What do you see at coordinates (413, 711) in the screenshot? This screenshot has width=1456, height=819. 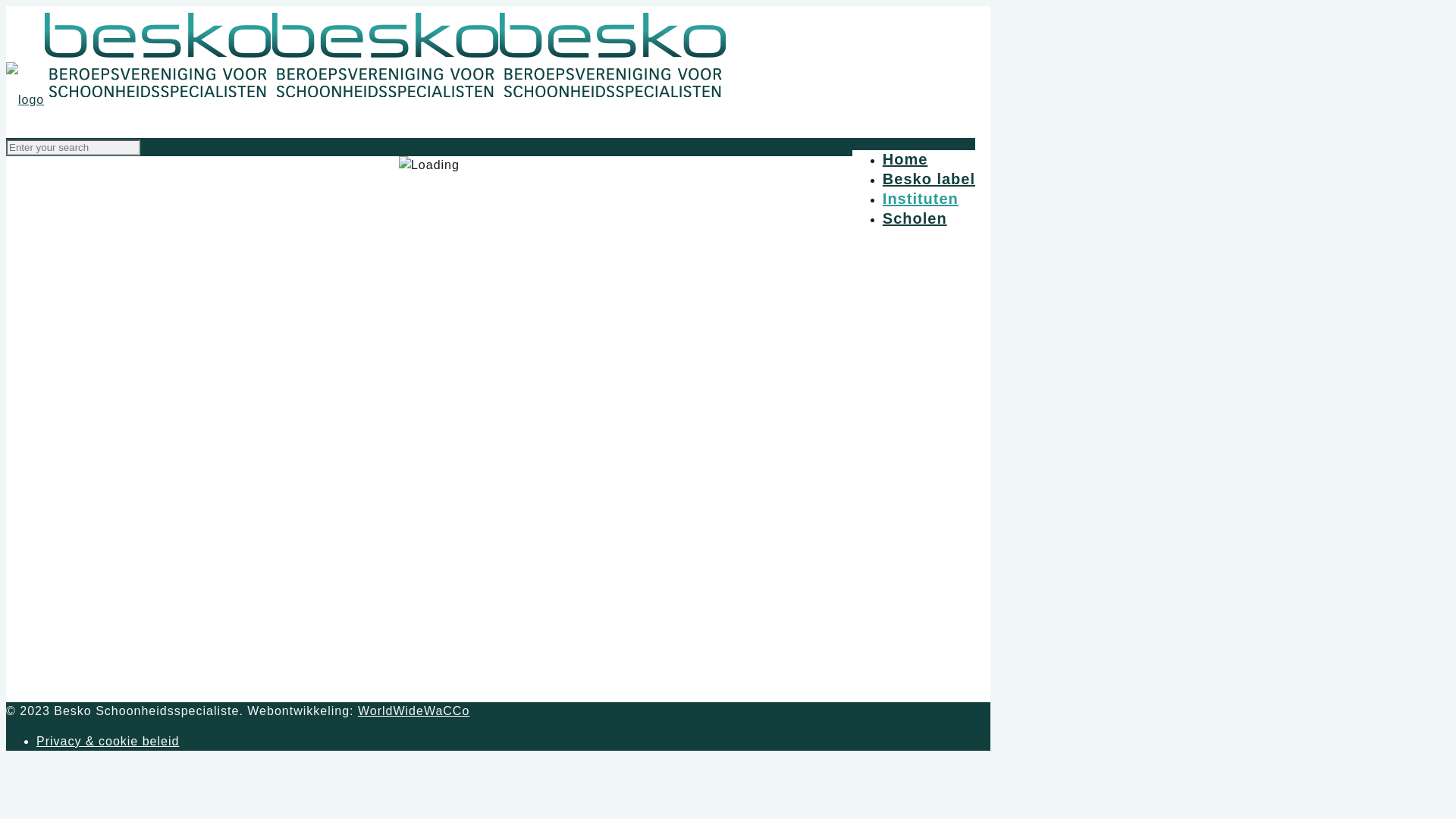 I see `'WorldWideWaCCo'` at bounding box center [413, 711].